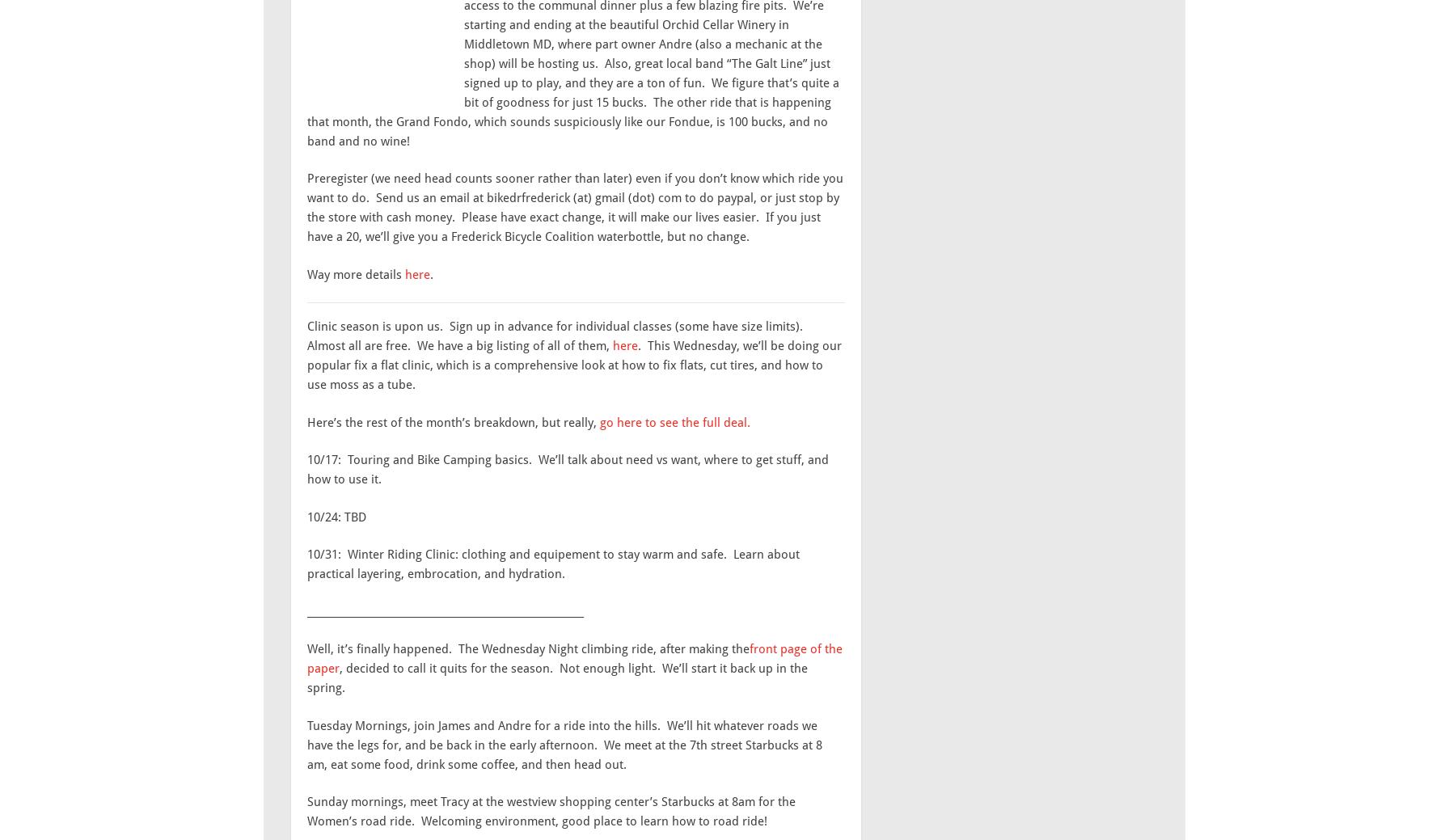  What do you see at coordinates (553, 564) in the screenshot?
I see `'10/31:  Winter Riding Clinic: clothing and equipement to stay warm and safe.  Learn about practical layering, embrocation, and hydration.'` at bounding box center [553, 564].